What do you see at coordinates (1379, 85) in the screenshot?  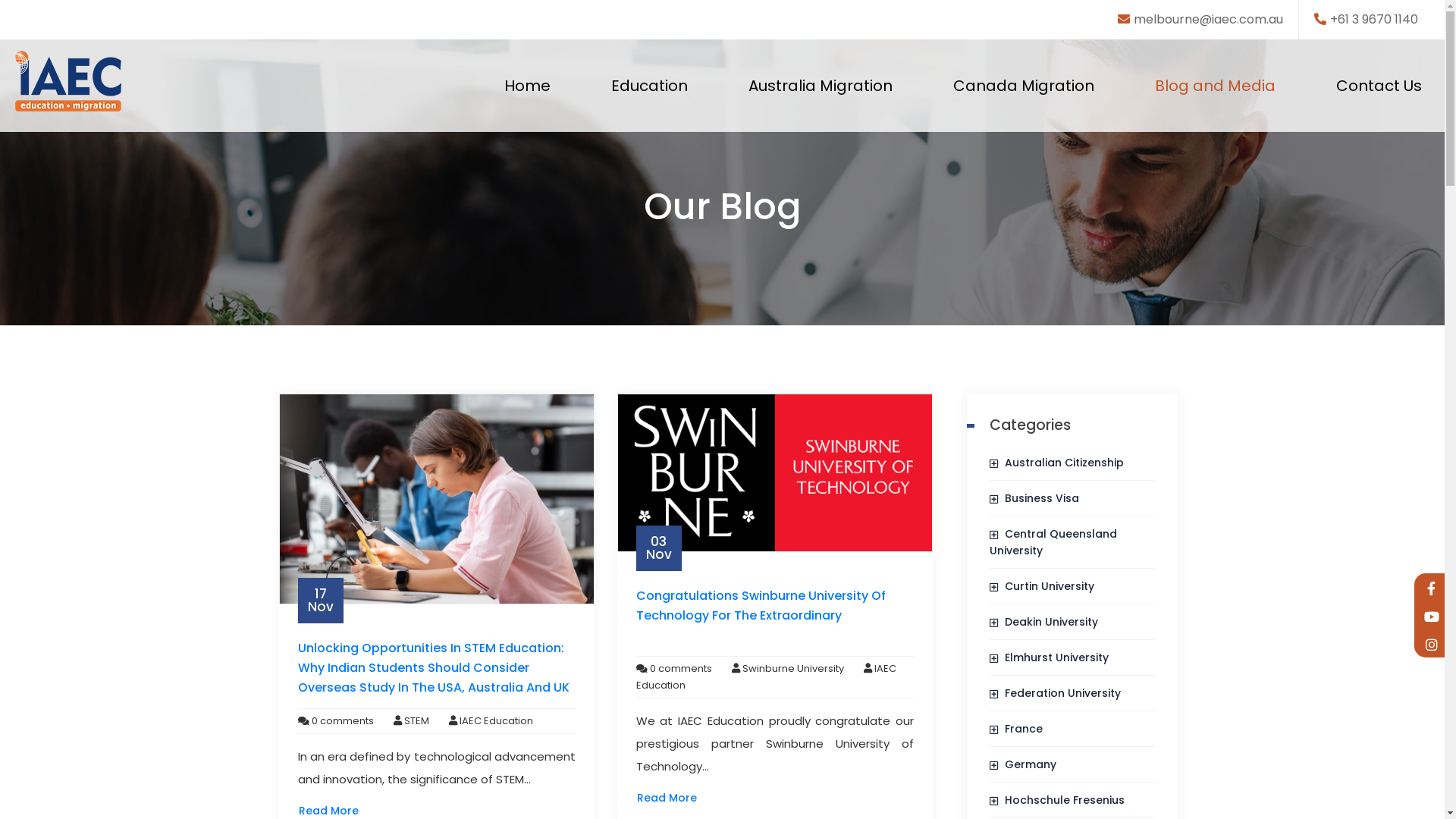 I see `'Contact Us'` at bounding box center [1379, 85].